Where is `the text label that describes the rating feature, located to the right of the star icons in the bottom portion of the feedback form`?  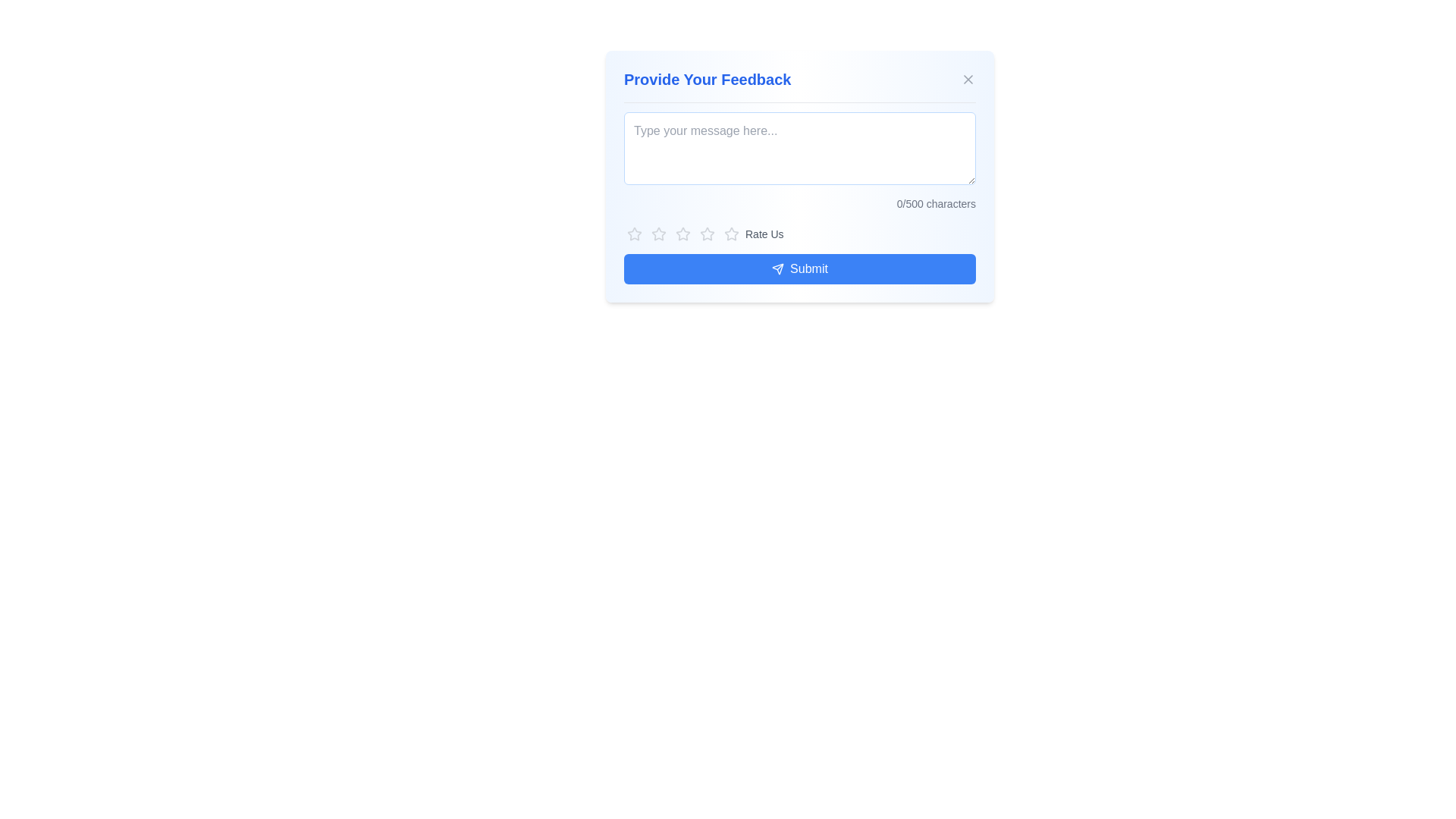 the text label that describes the rating feature, located to the right of the star icons in the bottom portion of the feedback form is located at coordinates (764, 234).